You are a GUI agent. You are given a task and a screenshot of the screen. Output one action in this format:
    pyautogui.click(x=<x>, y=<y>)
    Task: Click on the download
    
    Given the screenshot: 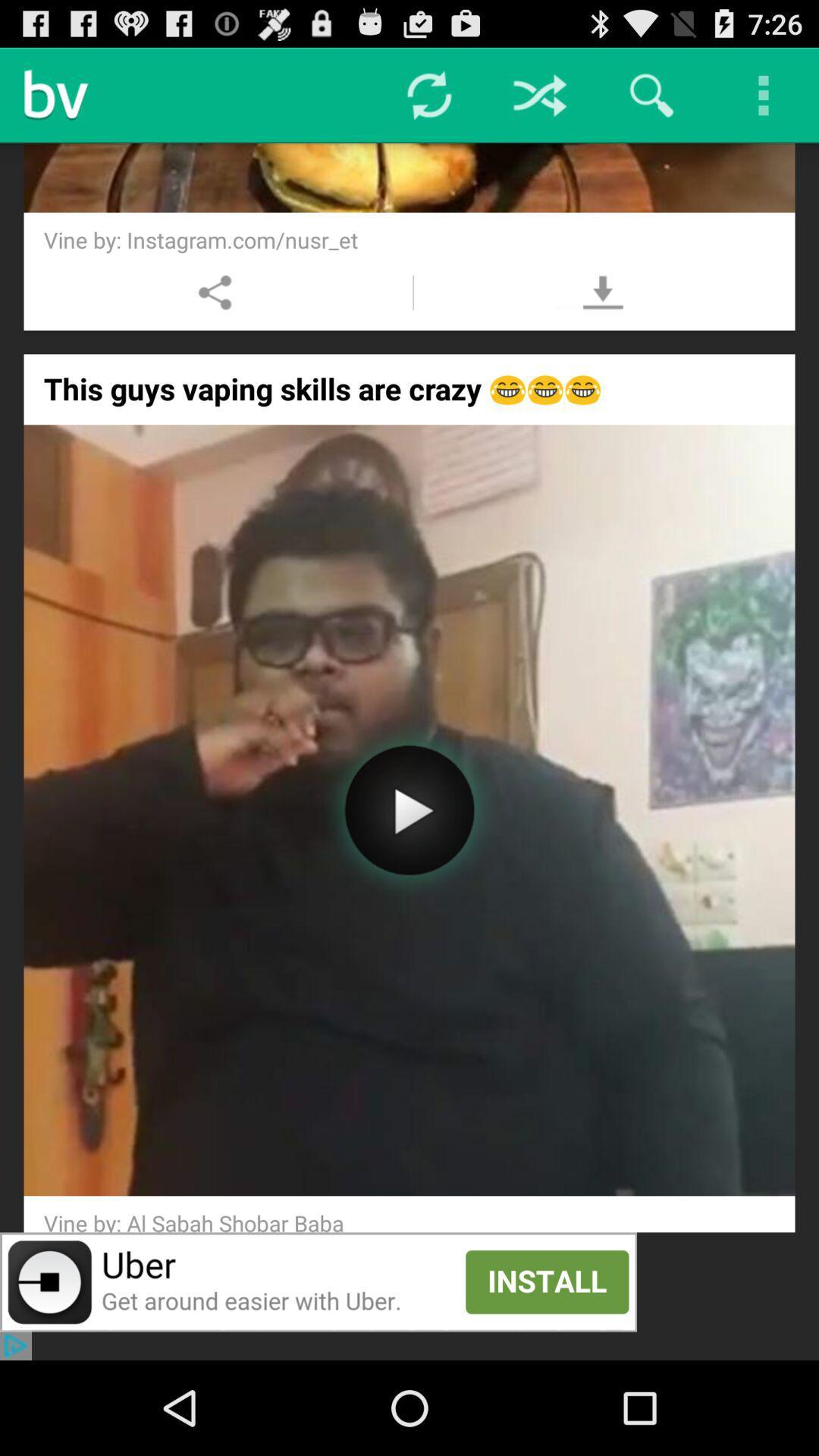 What is the action you would take?
    pyautogui.click(x=601, y=292)
    